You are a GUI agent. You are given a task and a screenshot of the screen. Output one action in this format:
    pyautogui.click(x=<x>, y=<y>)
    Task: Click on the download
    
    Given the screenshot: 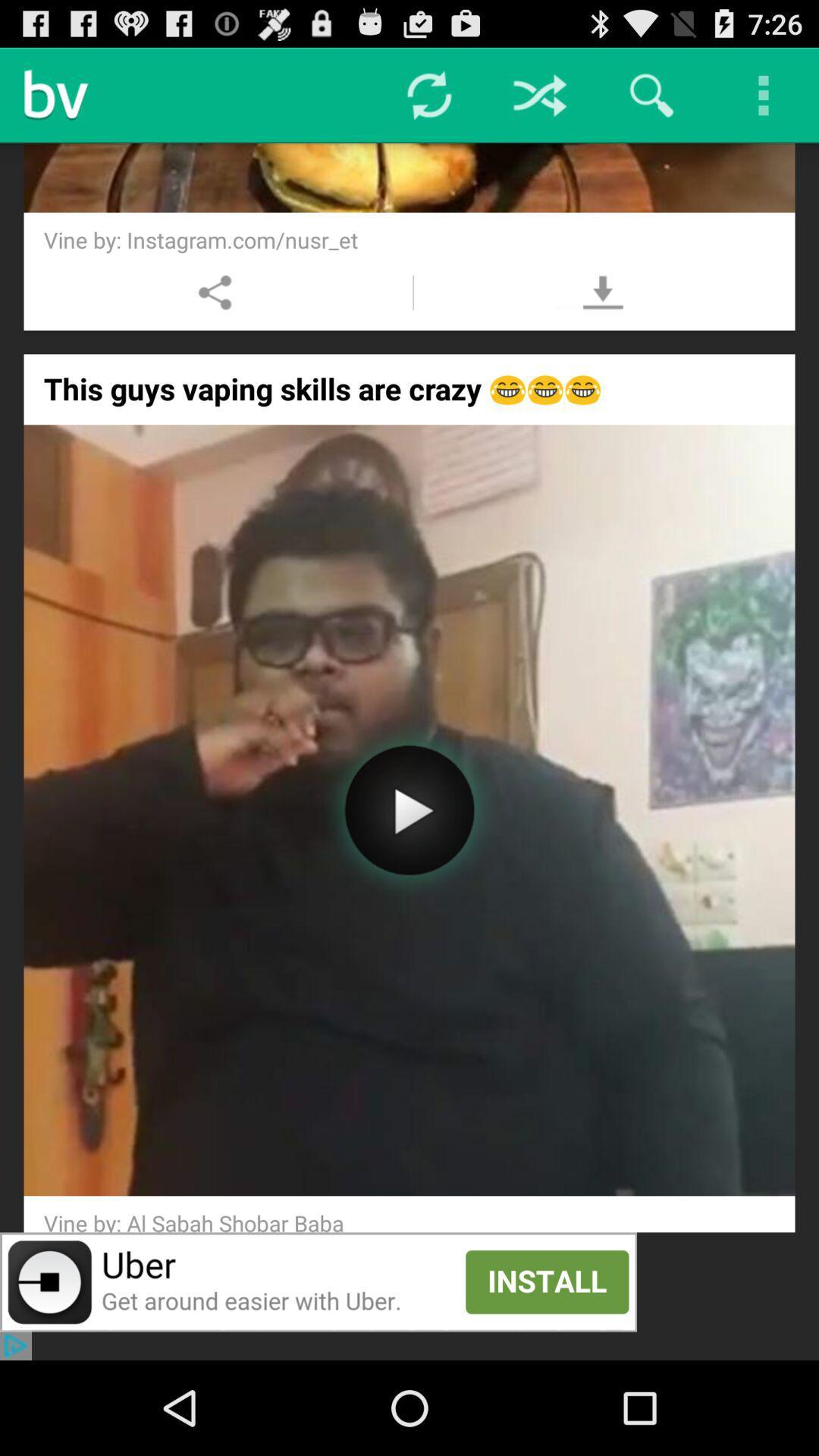 What is the action you would take?
    pyautogui.click(x=601, y=292)
    